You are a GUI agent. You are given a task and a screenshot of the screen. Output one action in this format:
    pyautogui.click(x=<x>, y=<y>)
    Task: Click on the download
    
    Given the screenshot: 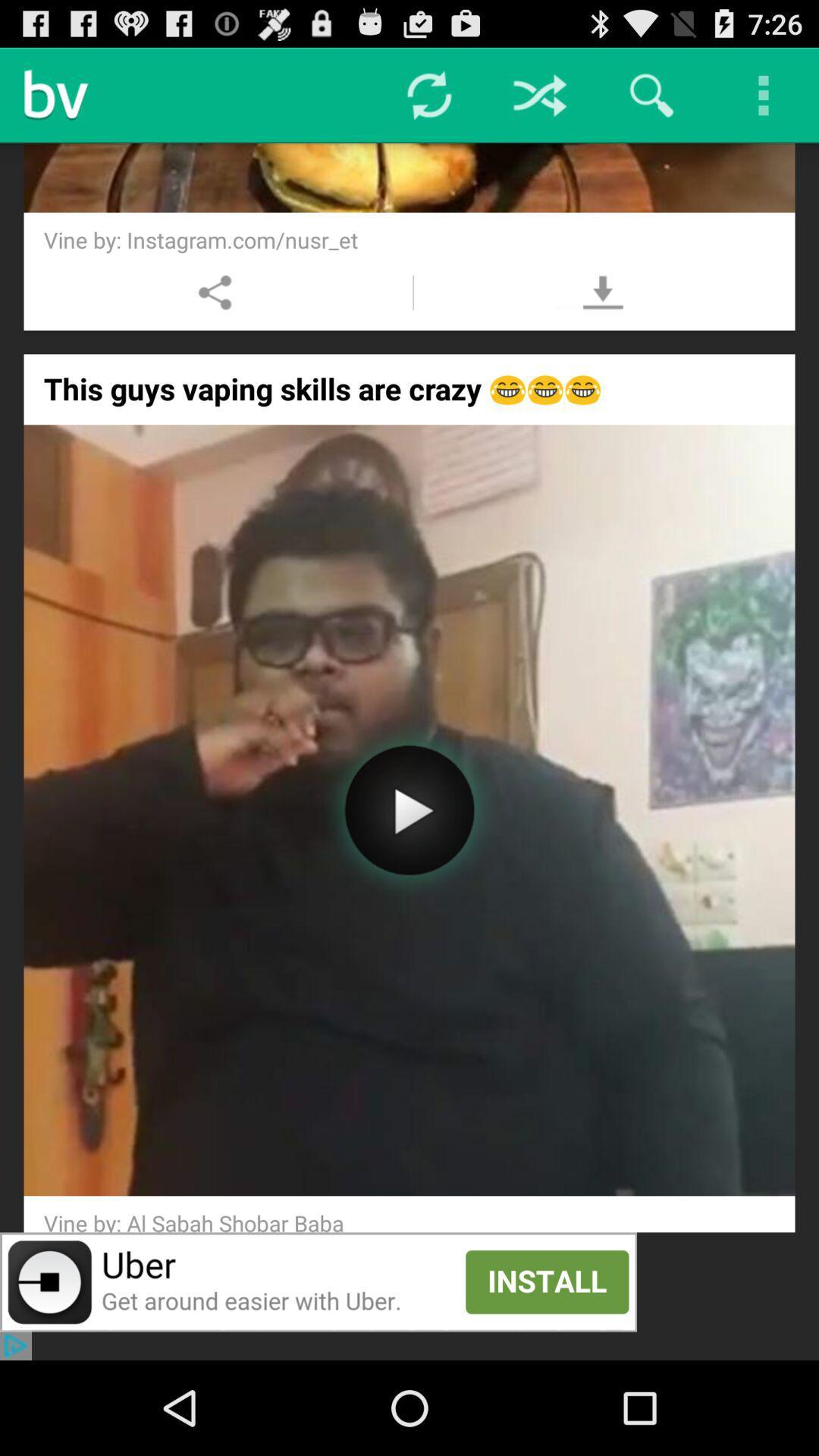 What is the action you would take?
    pyautogui.click(x=601, y=292)
    